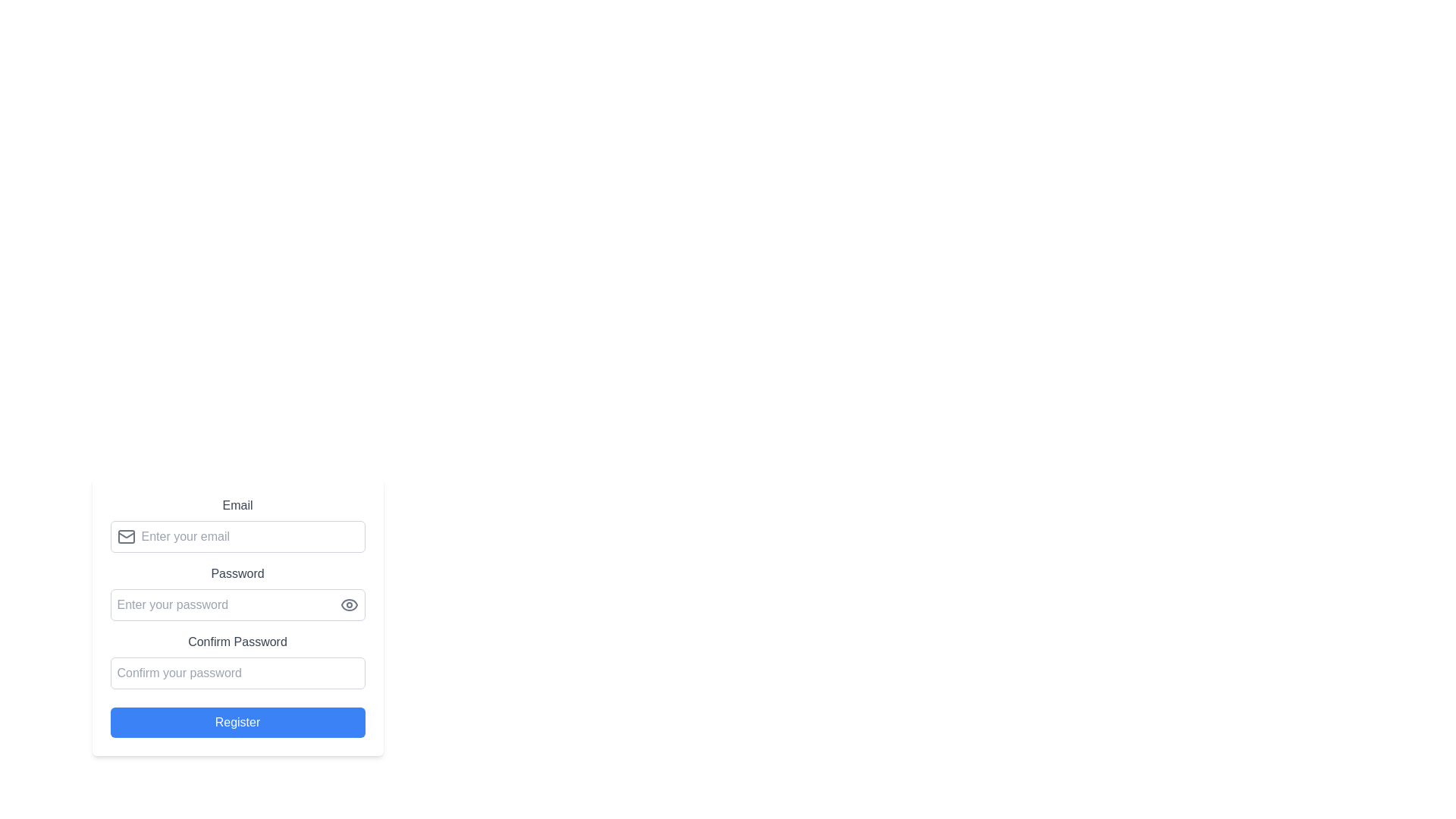 This screenshot has width=1456, height=819. Describe the element at coordinates (237, 506) in the screenshot. I see `the 'Email' text label which is bold and gray-colored, positioned above the email input field` at that location.